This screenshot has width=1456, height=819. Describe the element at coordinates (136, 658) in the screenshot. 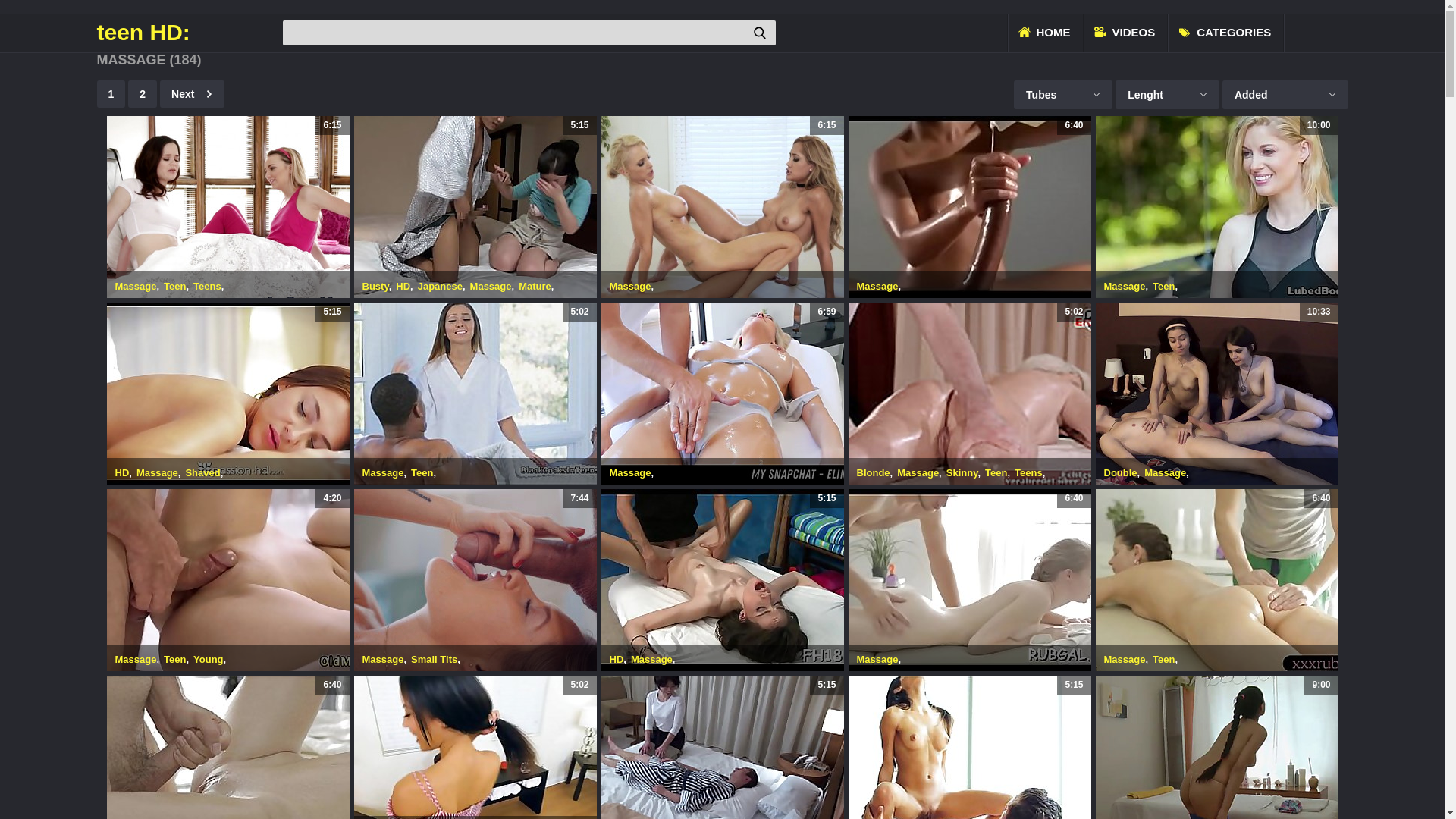

I see `'Massage'` at that location.